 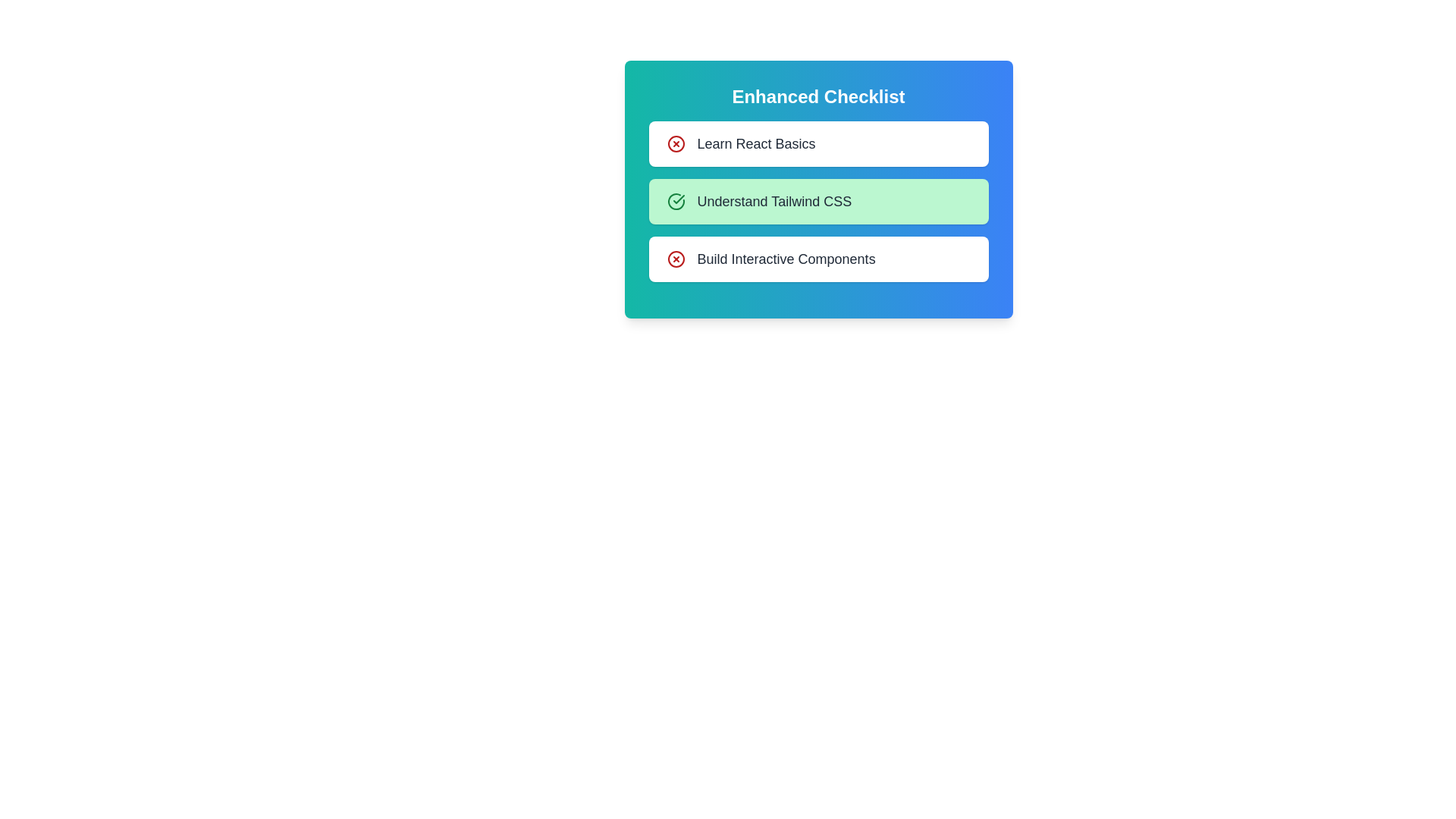 I want to click on the checklist item corresponding to Build Interactive Components, so click(x=675, y=259).